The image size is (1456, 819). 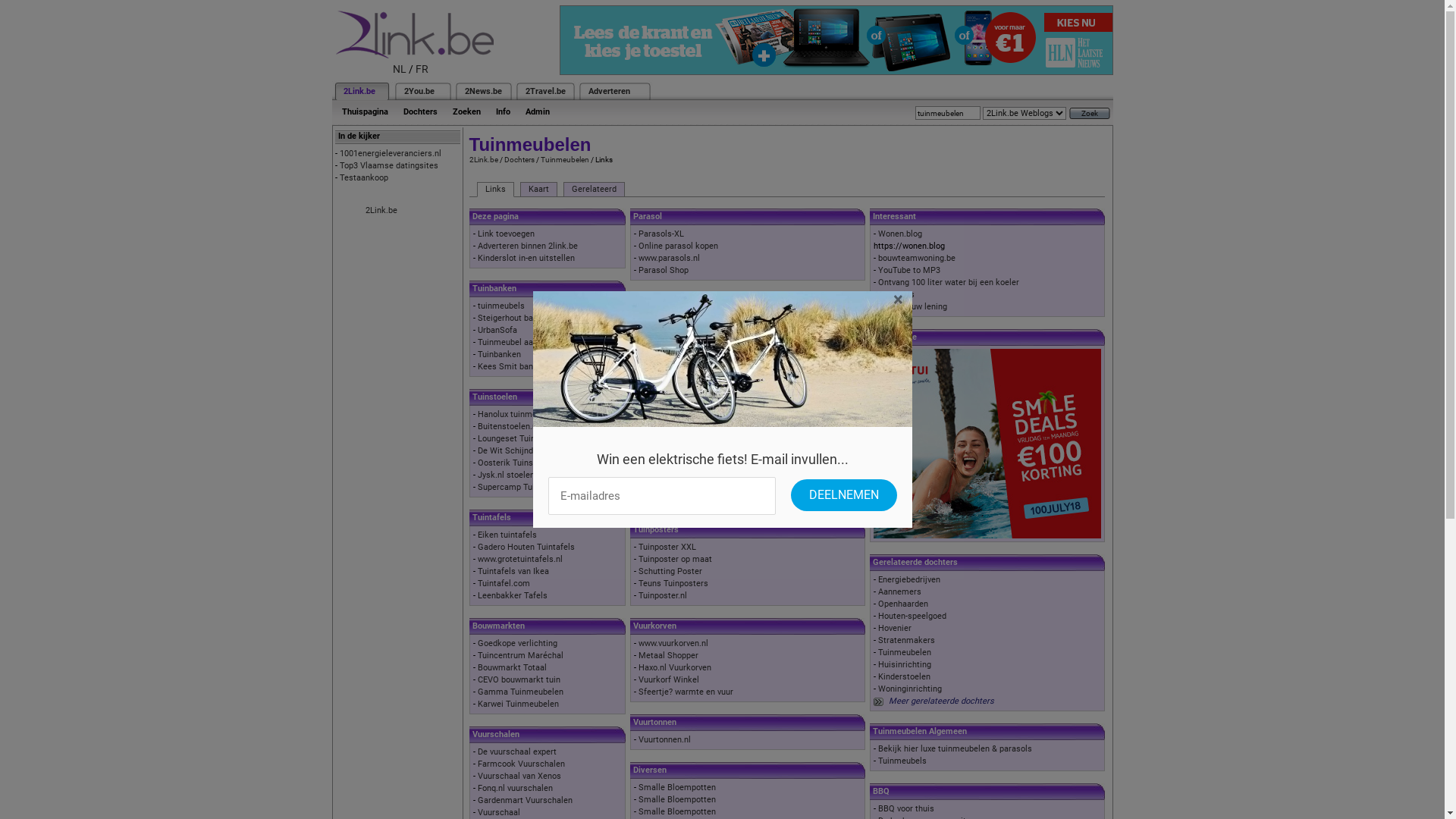 What do you see at coordinates (912, 306) in the screenshot?
I see `'Bereken uw lening'` at bounding box center [912, 306].